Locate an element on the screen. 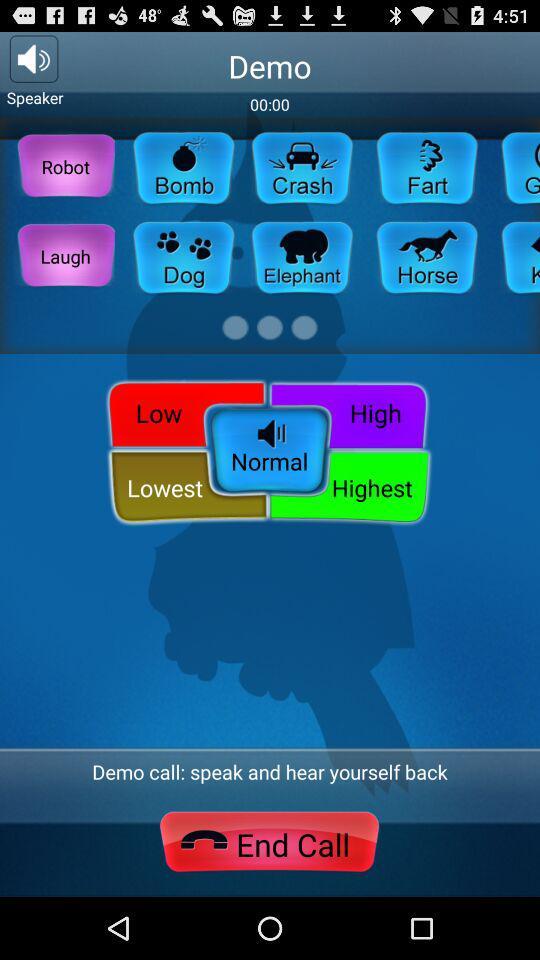  icon above the demo call speak item is located at coordinates (348, 486).